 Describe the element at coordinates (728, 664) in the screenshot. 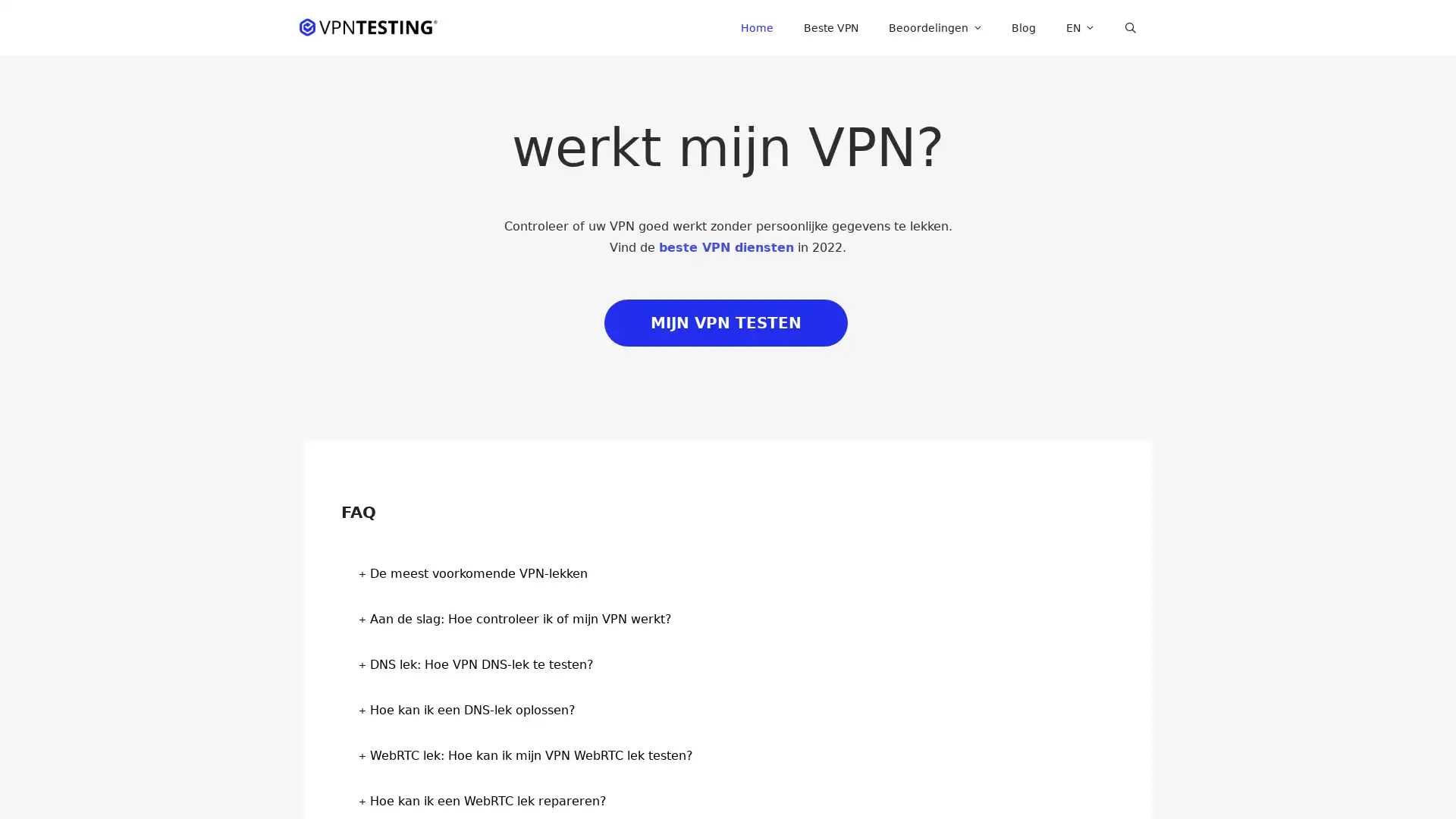

I see `DNS lek: Hoe VPN DNS-lek te testen? +` at that location.